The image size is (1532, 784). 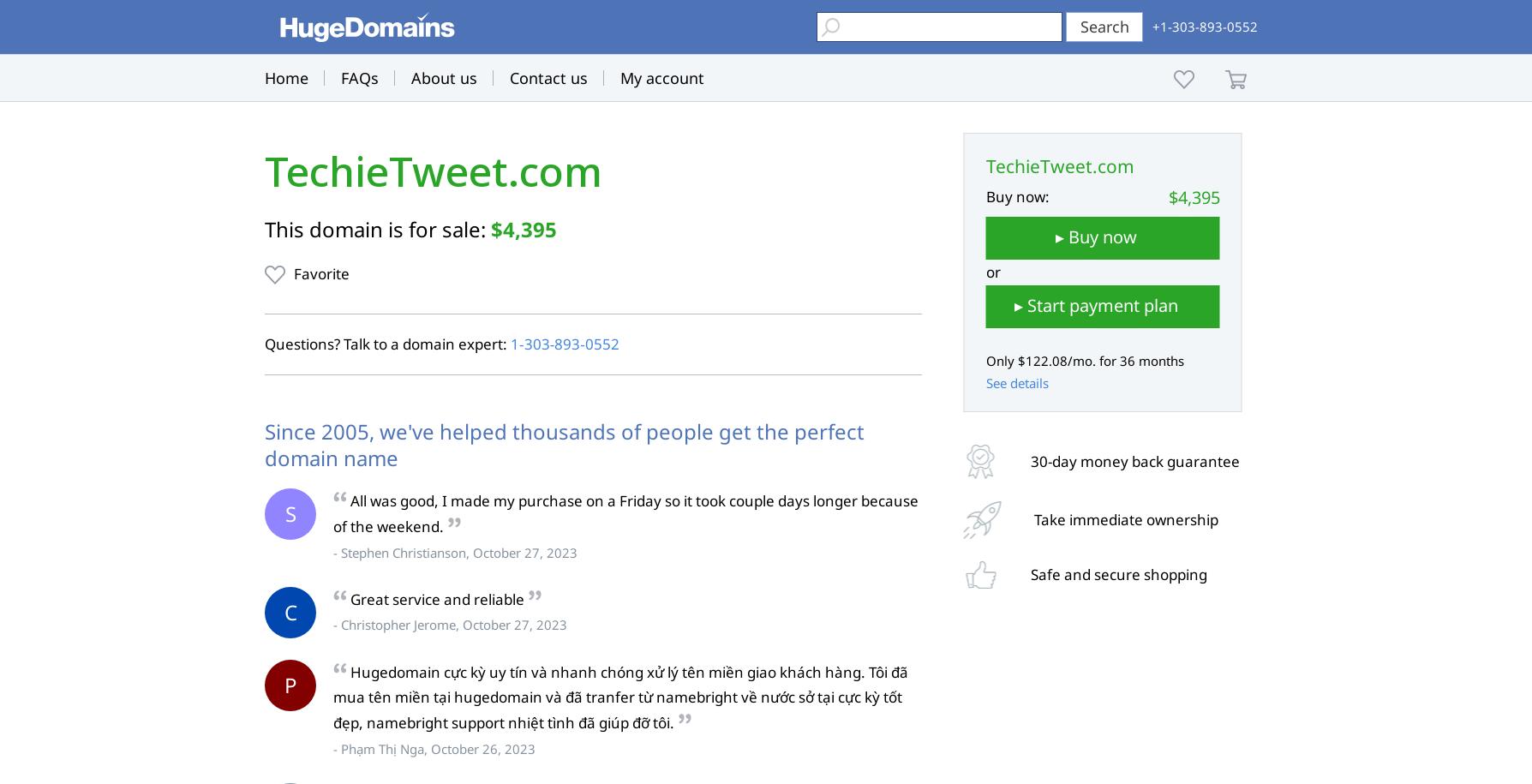 I want to click on '- Phạm Thị Nga, October 26, 2023', so click(x=434, y=747).